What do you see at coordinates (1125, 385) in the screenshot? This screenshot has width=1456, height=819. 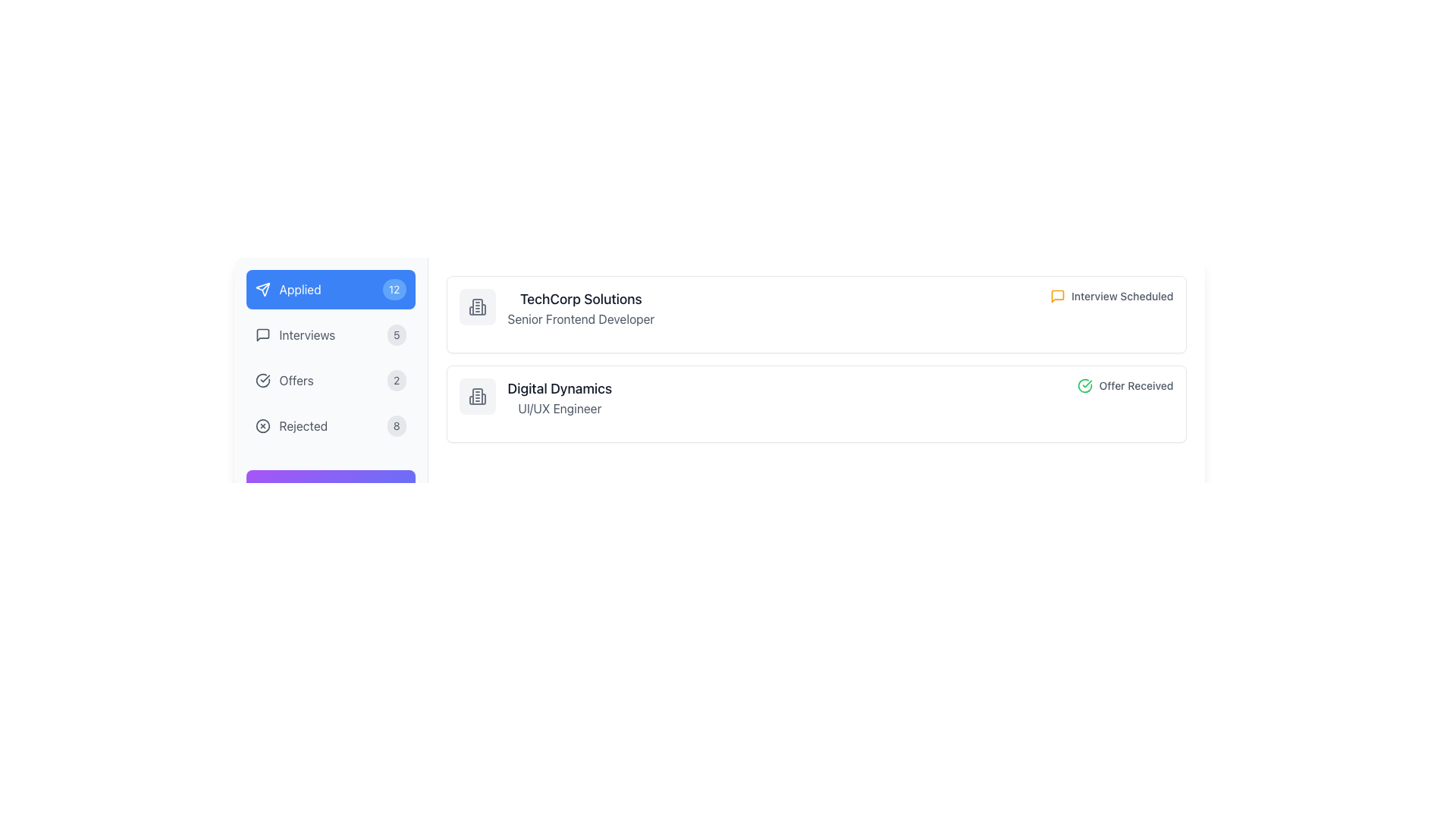 I see `text from the 'Offer Received' status label, which is next to a green circular checkmark icon, located on the right side of the job listing entry for 'Digital Dynamics' and 'UI/UX Engineer'` at bounding box center [1125, 385].